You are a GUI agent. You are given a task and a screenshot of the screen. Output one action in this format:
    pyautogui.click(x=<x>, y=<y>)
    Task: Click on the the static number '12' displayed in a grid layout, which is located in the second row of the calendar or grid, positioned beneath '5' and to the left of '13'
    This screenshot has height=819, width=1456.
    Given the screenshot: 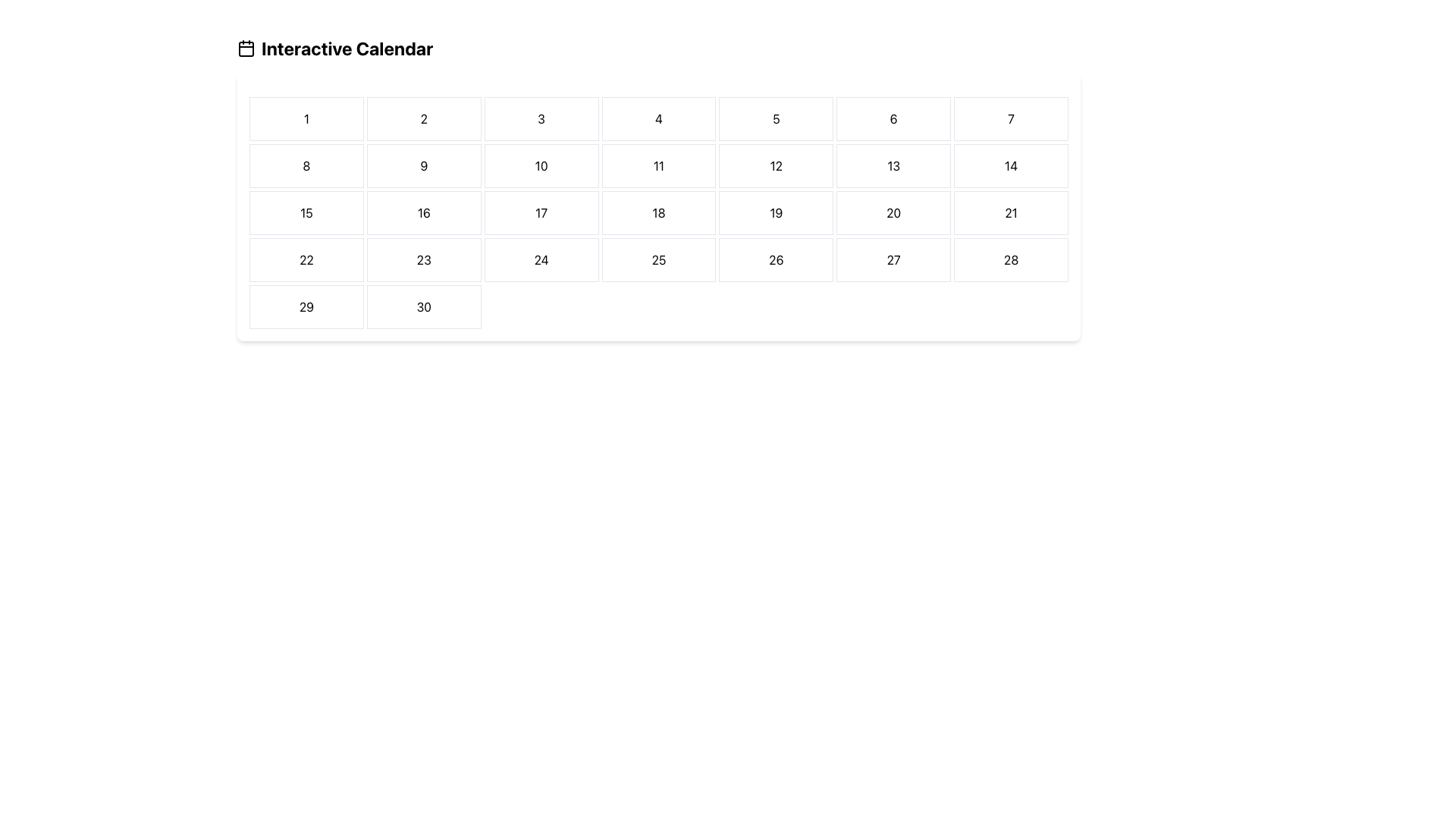 What is the action you would take?
    pyautogui.click(x=776, y=166)
    